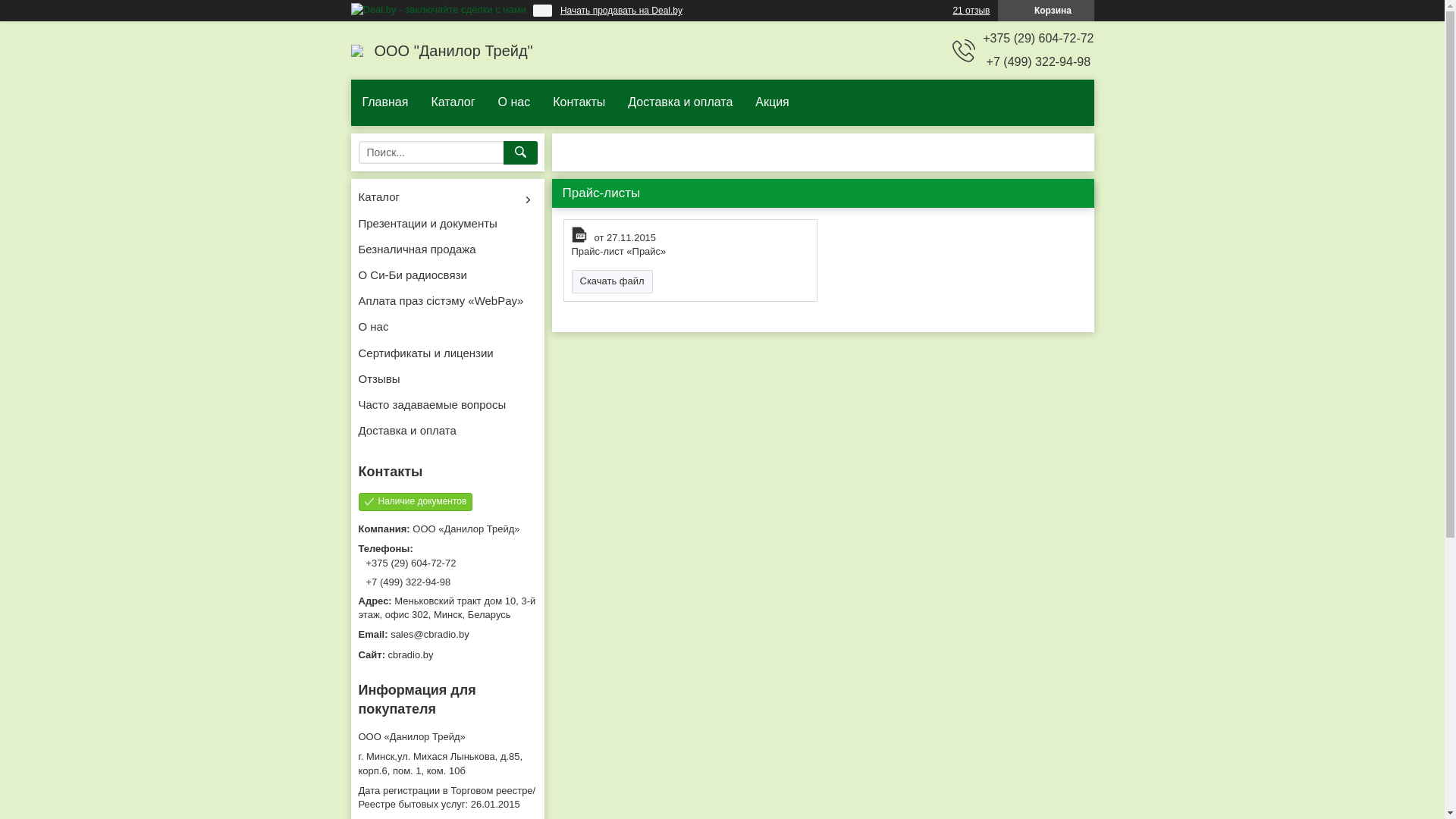  I want to click on 'cbradio.by', so click(356, 654).